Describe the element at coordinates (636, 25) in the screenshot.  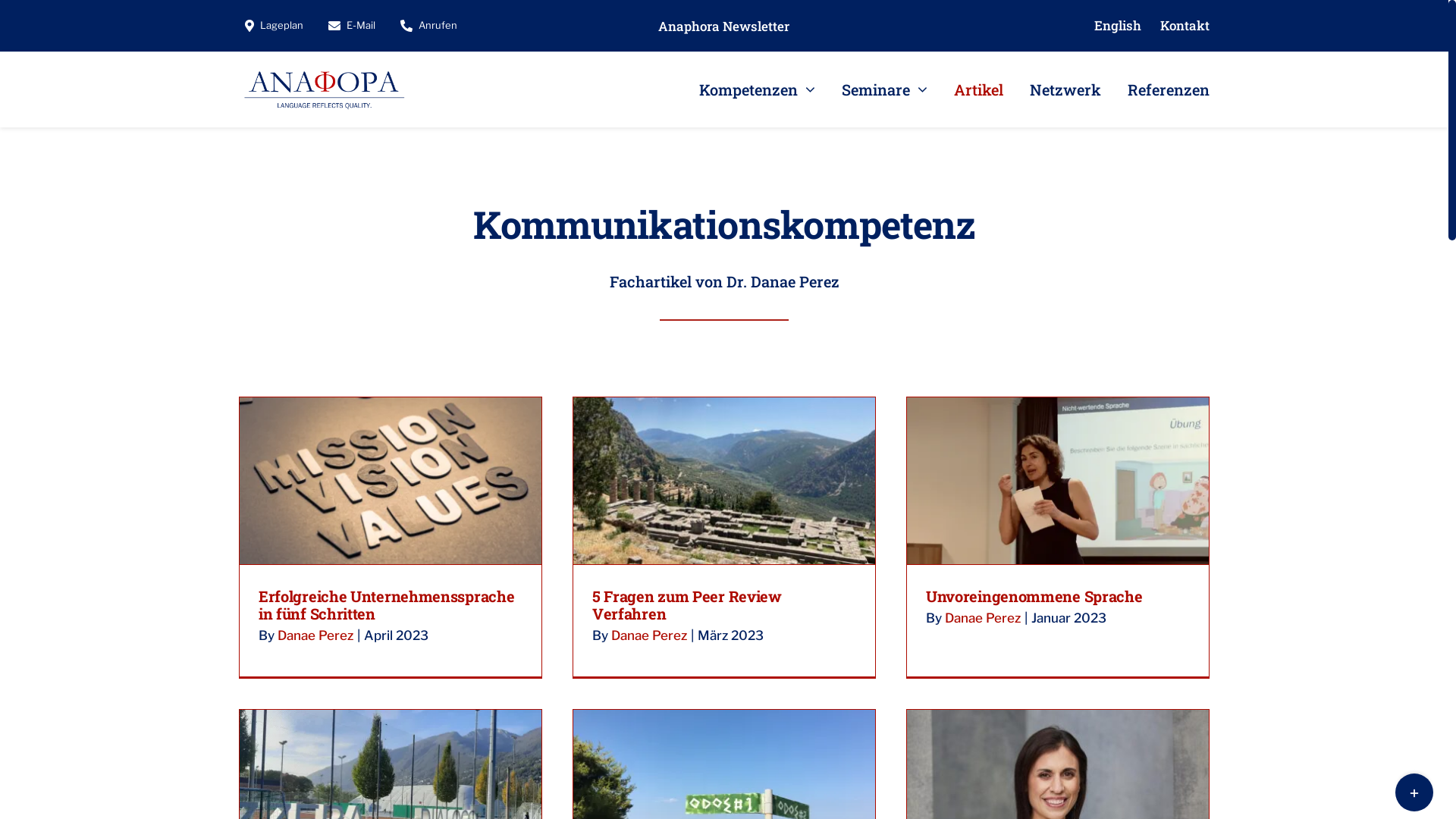
I see `'Anaphora Newsletter'` at that location.